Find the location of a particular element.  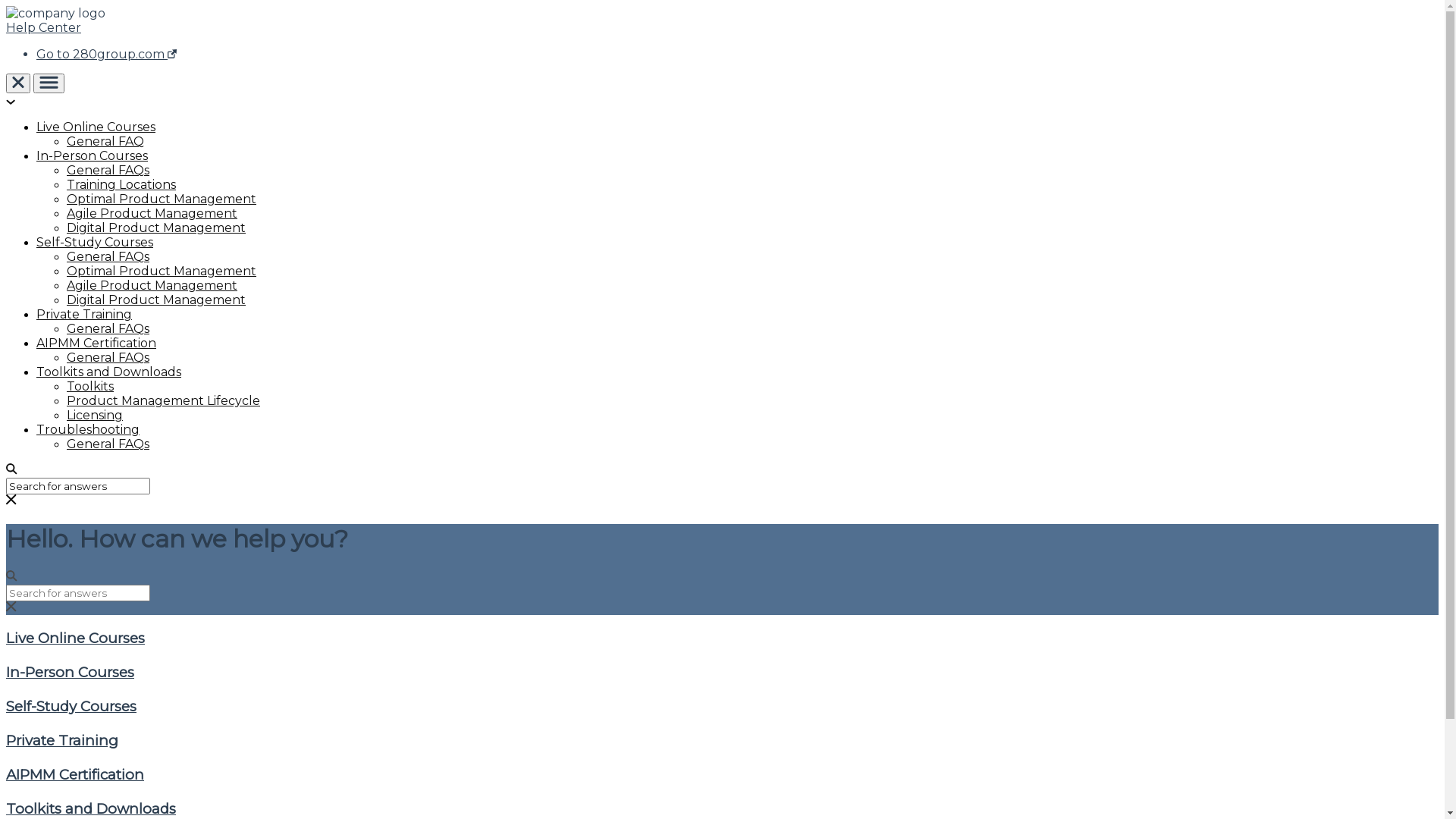

'Live Online Courses' is located at coordinates (95, 126).